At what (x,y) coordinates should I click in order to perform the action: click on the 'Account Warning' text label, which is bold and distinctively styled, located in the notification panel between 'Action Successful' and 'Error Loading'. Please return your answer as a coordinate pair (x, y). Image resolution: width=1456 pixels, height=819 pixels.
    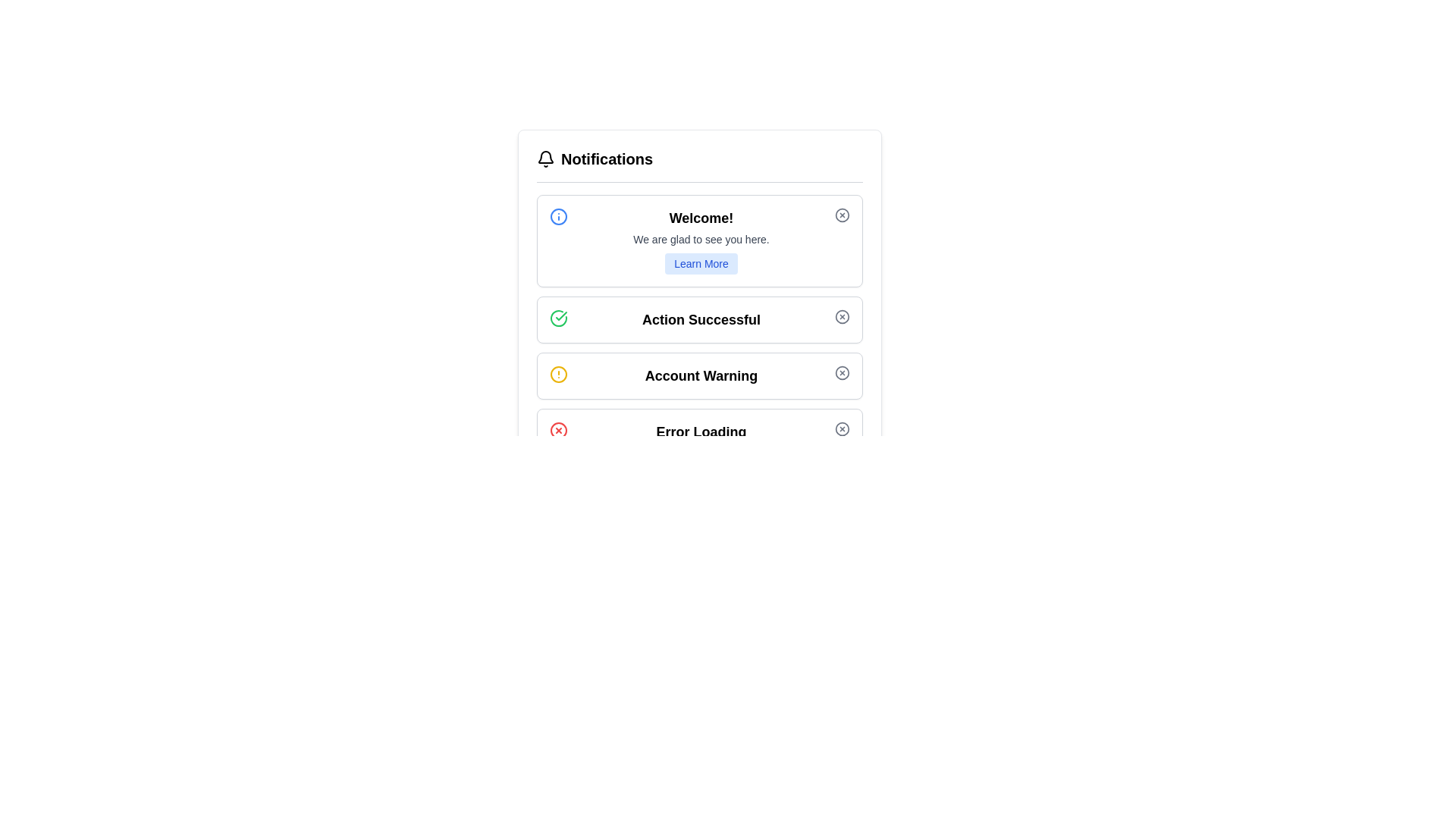
    Looking at the image, I should click on (701, 375).